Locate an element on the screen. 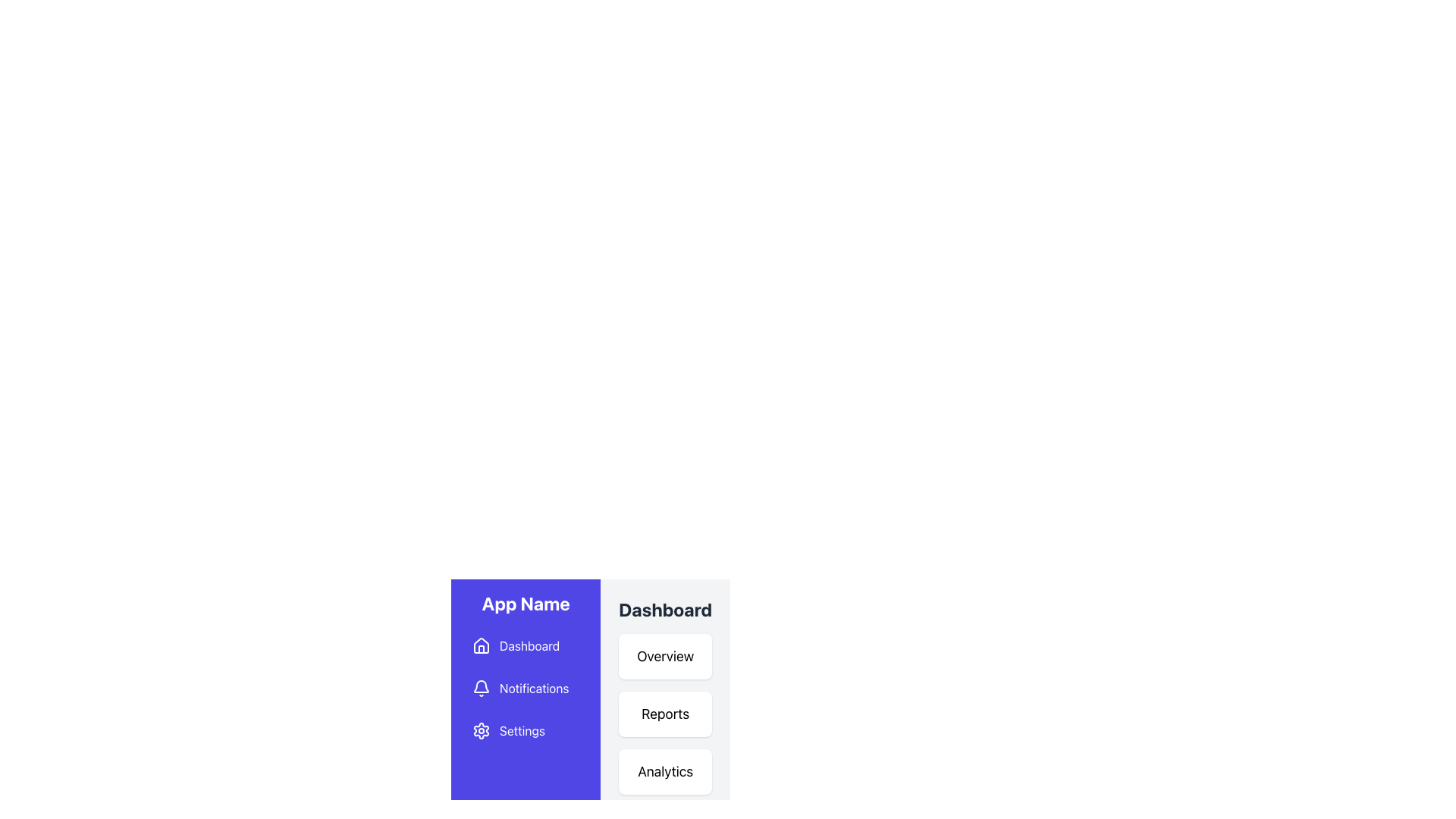  the 'Dashboard' text label in the vertical navigation sidebar, which is located to the left of the interface and follows the house icon is located at coordinates (529, 646).